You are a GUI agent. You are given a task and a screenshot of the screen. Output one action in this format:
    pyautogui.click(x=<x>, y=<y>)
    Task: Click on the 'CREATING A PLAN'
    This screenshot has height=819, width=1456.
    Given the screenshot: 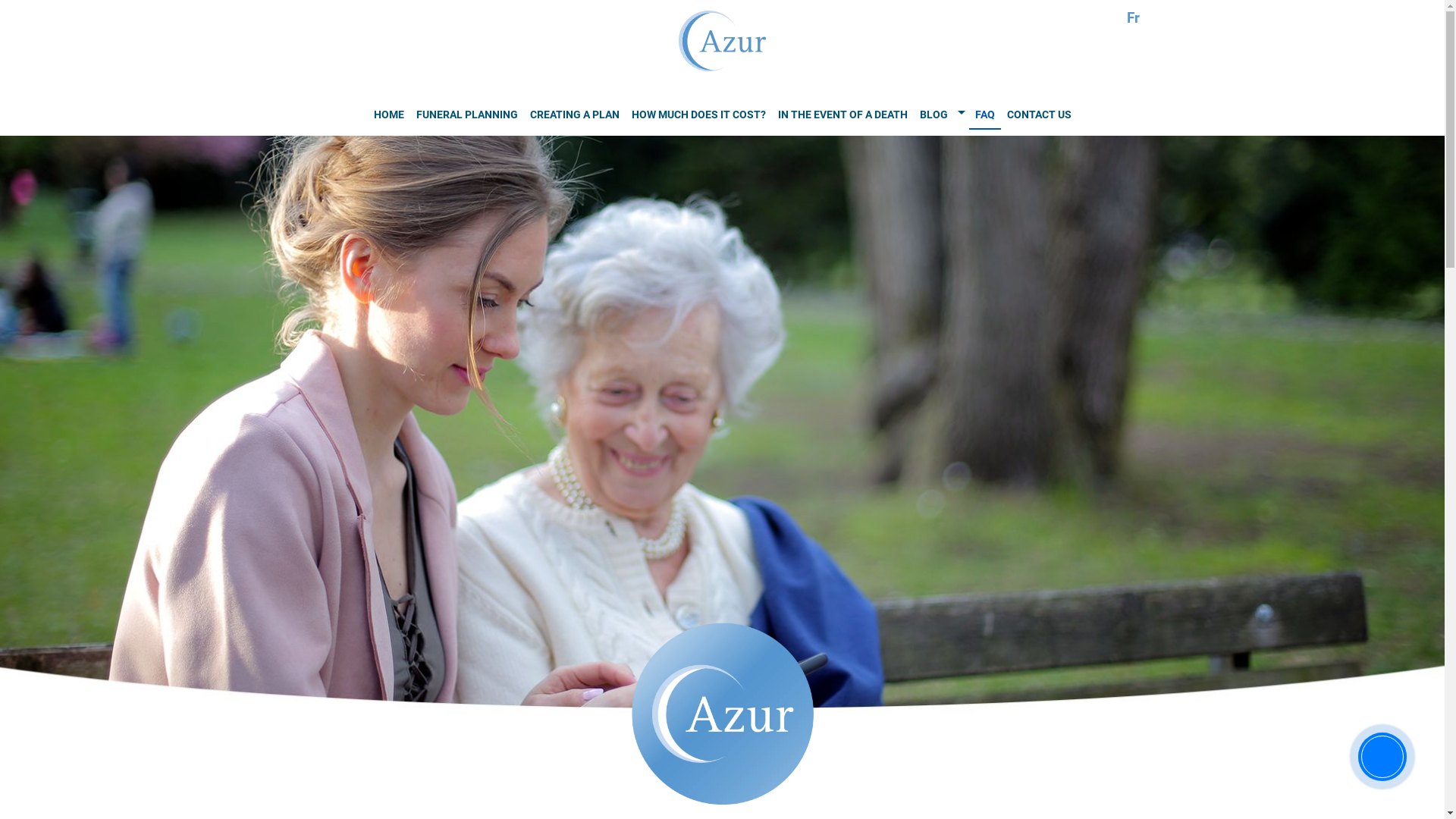 What is the action you would take?
    pyautogui.click(x=573, y=114)
    